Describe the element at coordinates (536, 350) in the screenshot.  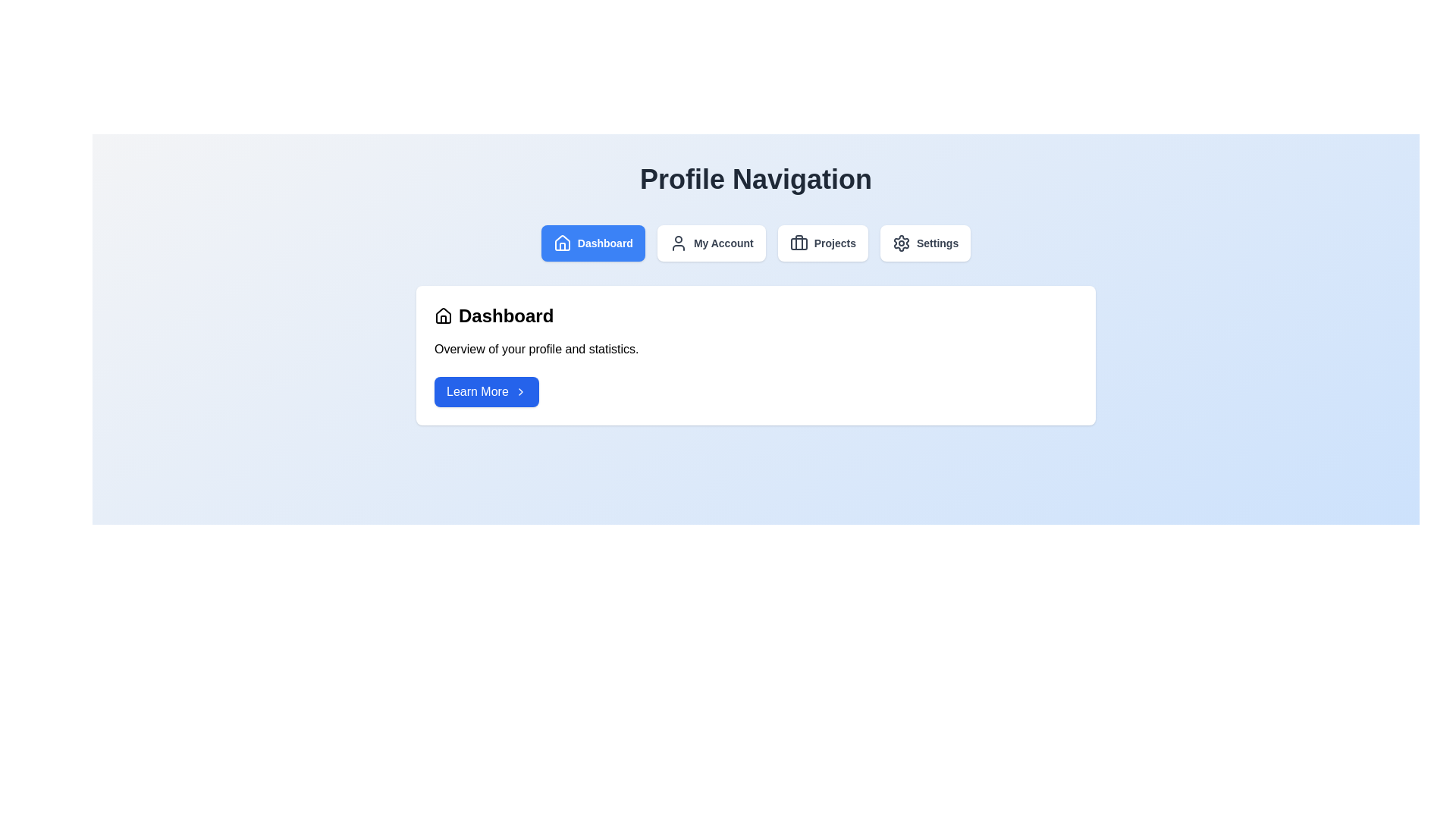
I see `the Text Label that states 'Overview of your profile and statistics.' located below the 'Dashboard' heading and above the 'Learn More' button` at that location.